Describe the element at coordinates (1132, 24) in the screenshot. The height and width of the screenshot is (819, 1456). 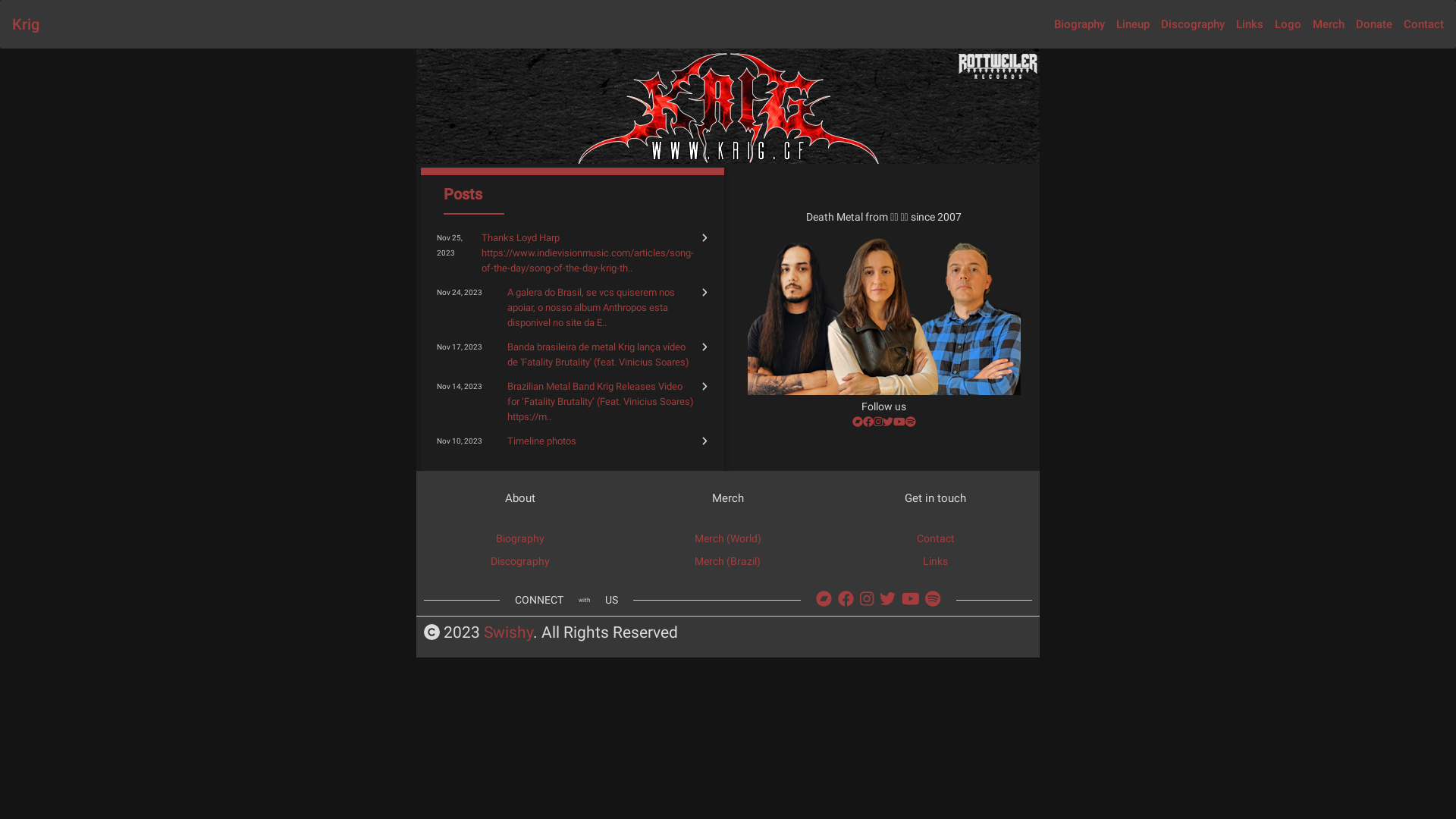
I see `'Lineup'` at that location.